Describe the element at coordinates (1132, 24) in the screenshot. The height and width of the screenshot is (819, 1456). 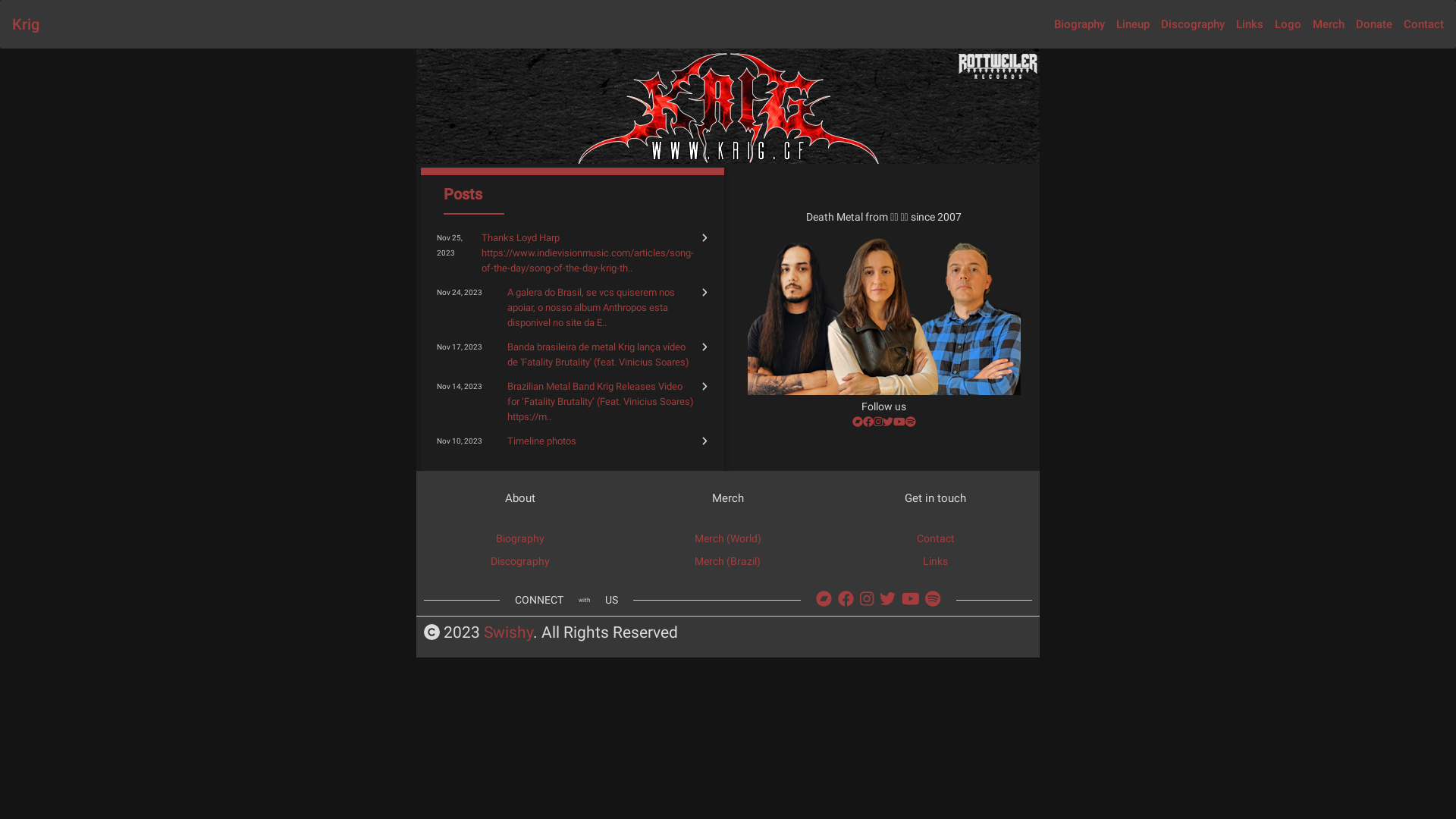
I see `'Lineup'` at that location.